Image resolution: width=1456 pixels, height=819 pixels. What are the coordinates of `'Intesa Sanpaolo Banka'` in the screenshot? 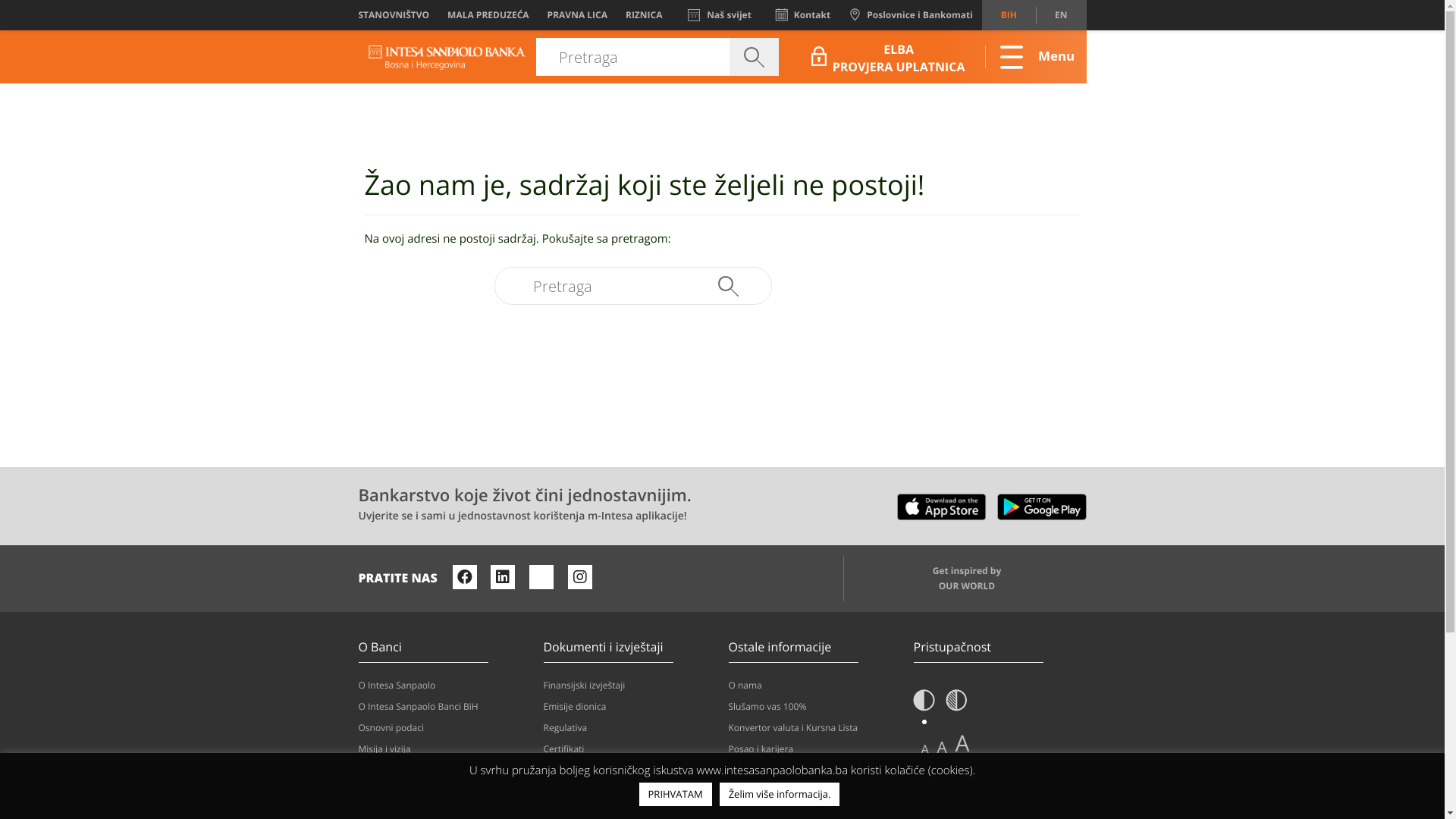 It's located at (446, 55).